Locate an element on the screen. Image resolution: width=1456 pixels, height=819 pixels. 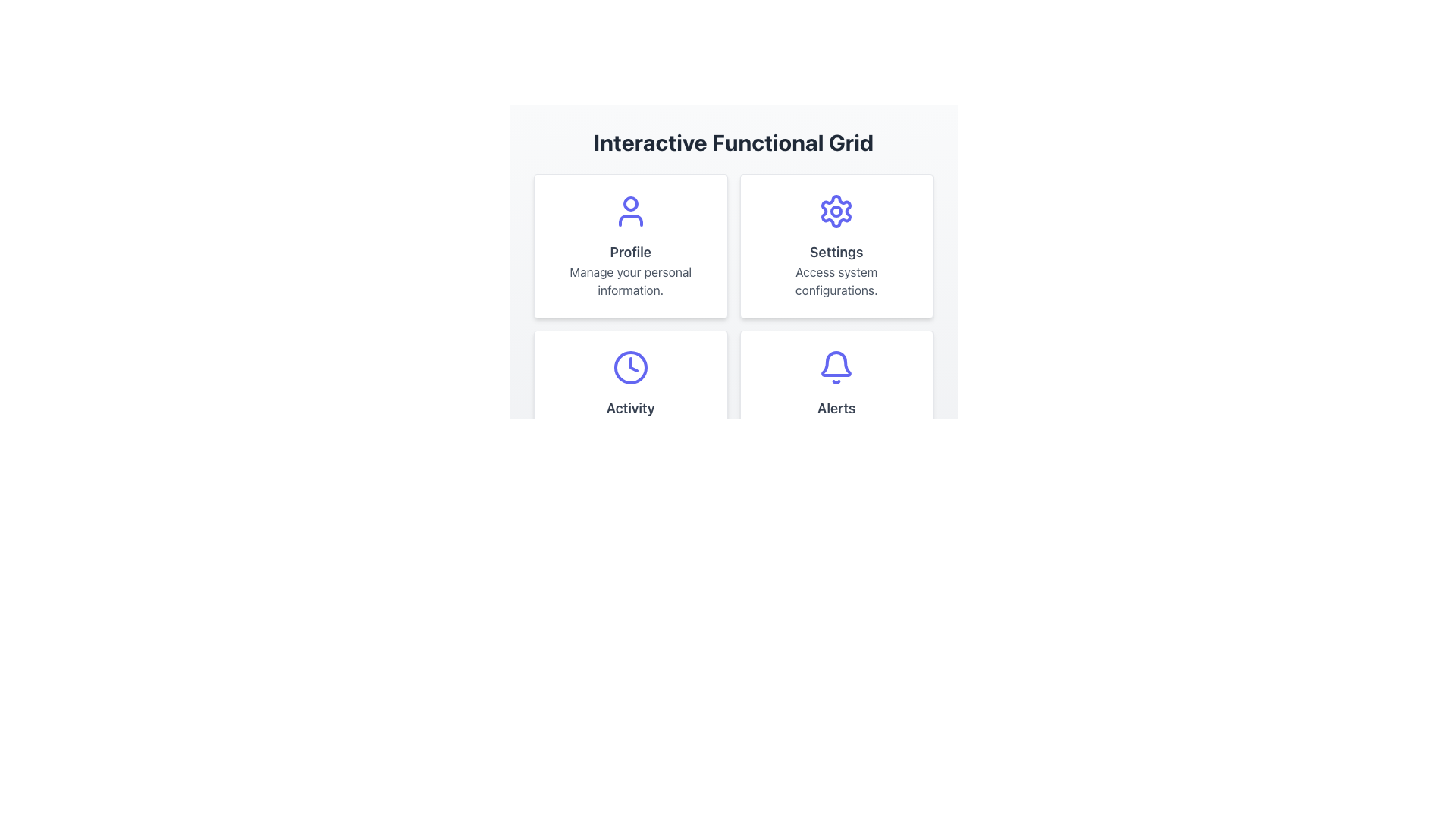
the purple bell-shaped icon located in the 'Alerts' section of the 'Interactive Functional Grid' interface is located at coordinates (836, 368).